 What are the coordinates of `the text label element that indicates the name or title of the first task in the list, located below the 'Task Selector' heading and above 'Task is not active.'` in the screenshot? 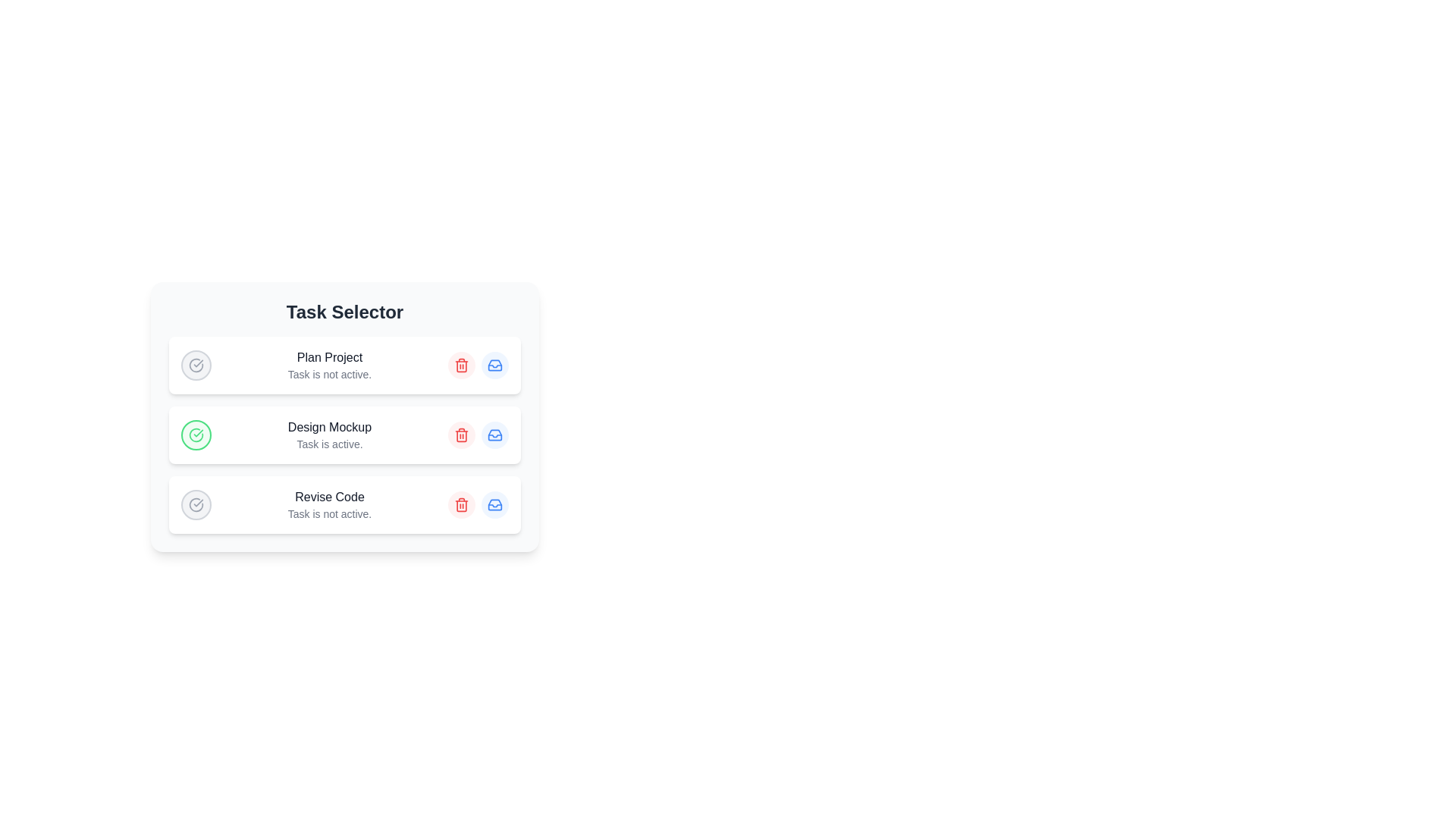 It's located at (329, 357).